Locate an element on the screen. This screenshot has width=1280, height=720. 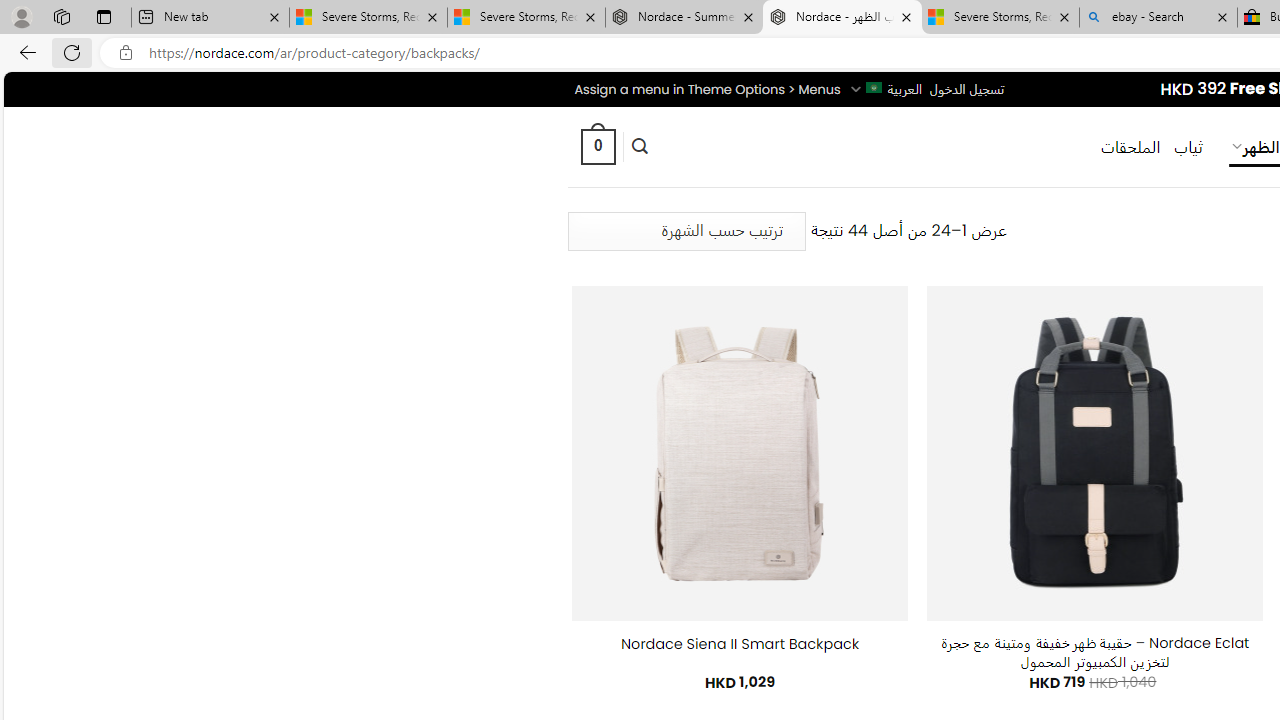
'ebay - Search' is located at coordinates (1158, 17).